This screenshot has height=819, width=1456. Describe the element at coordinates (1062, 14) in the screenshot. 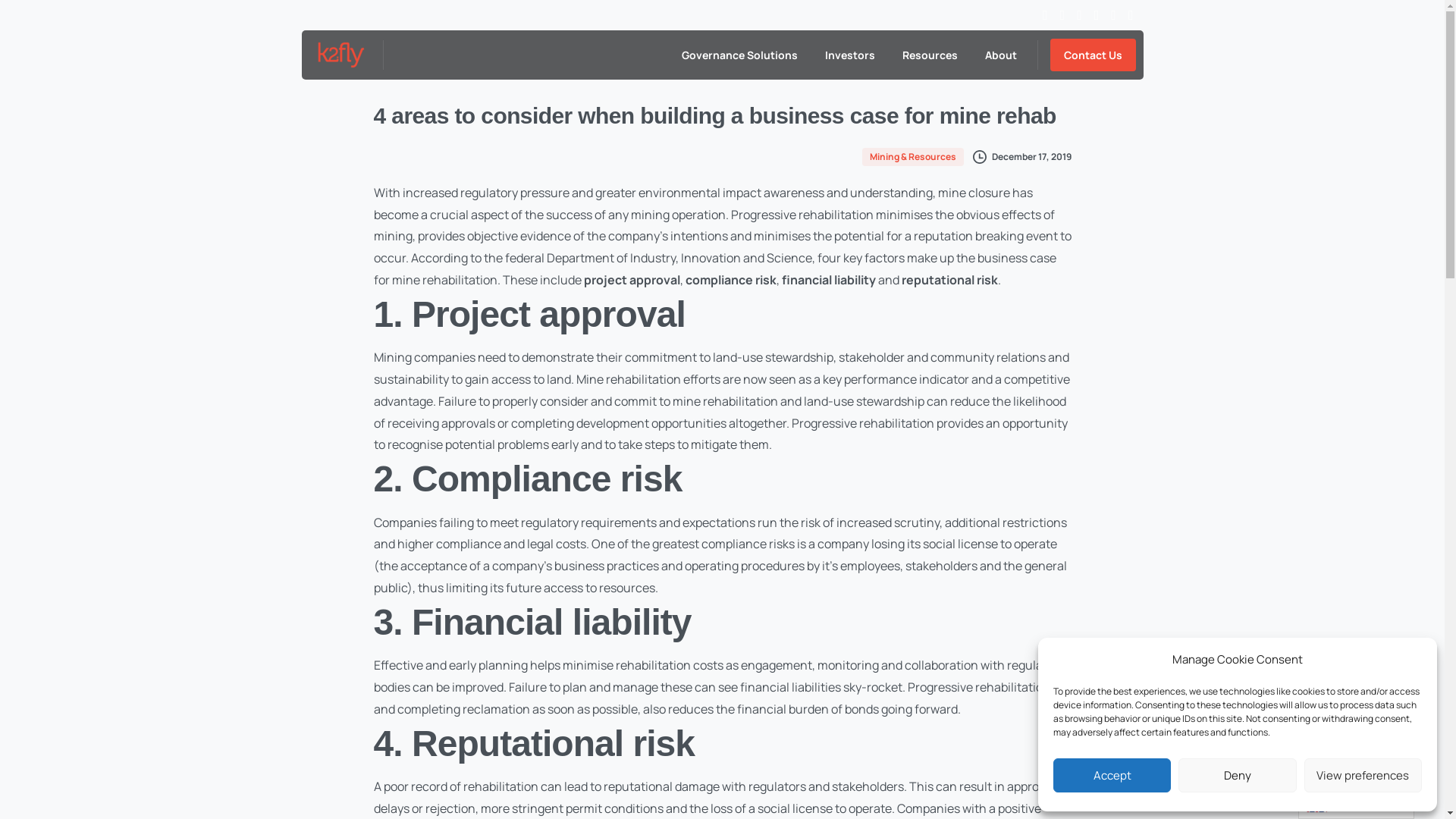

I see `'twitter'` at that location.